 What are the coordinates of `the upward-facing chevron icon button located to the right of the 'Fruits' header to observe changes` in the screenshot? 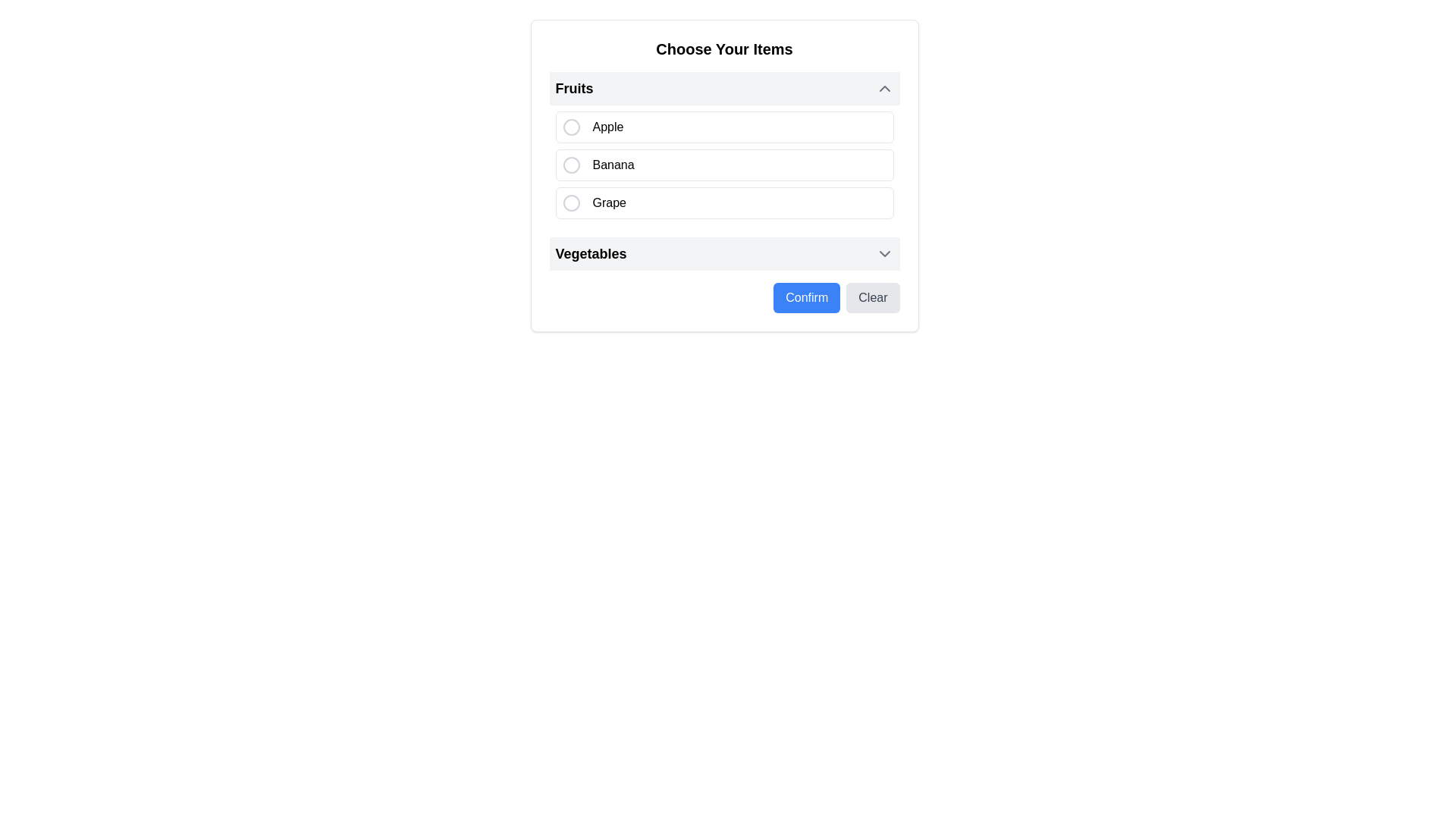 It's located at (884, 88).